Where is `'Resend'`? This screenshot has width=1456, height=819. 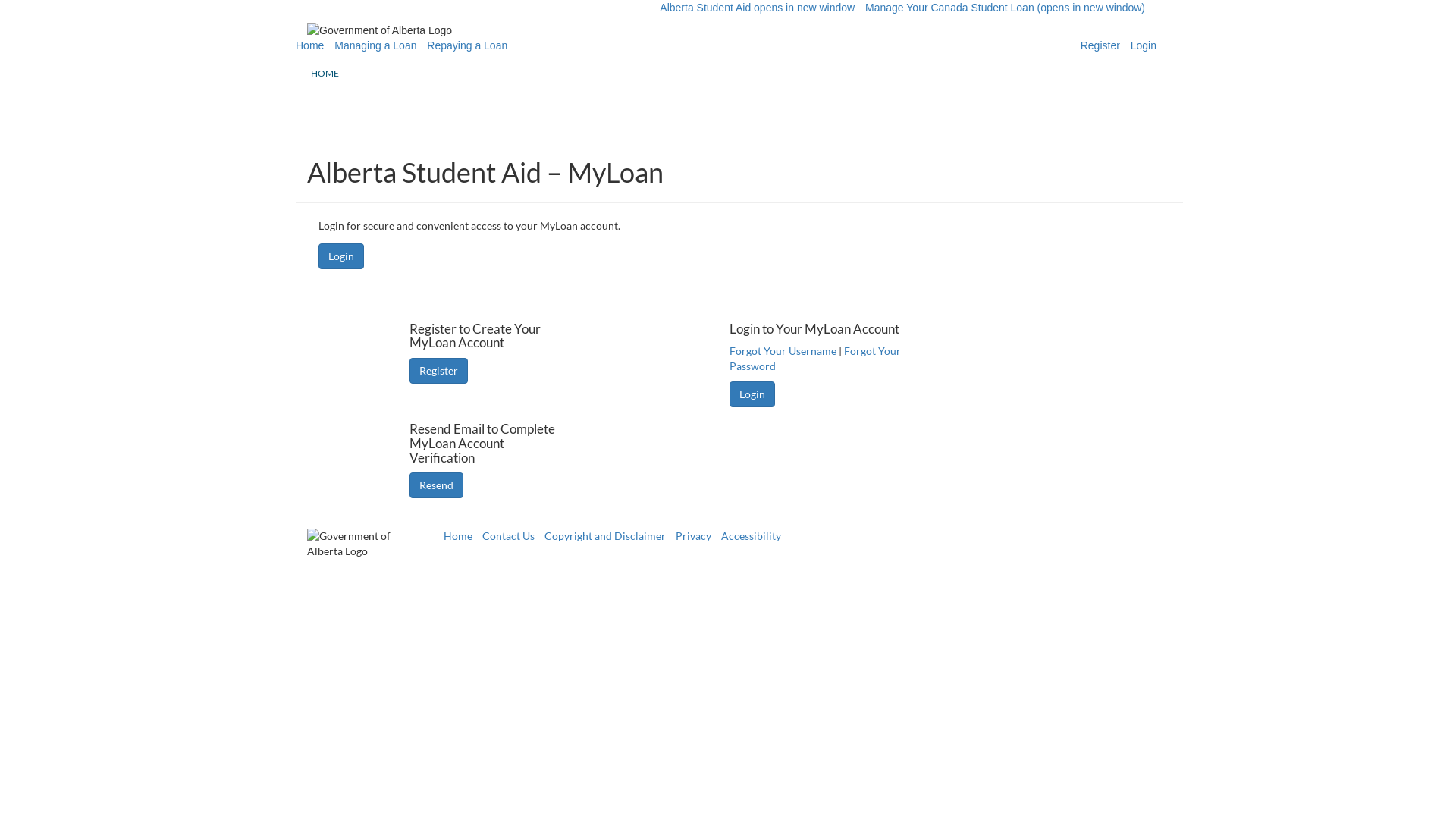
'Resend' is located at coordinates (435, 485).